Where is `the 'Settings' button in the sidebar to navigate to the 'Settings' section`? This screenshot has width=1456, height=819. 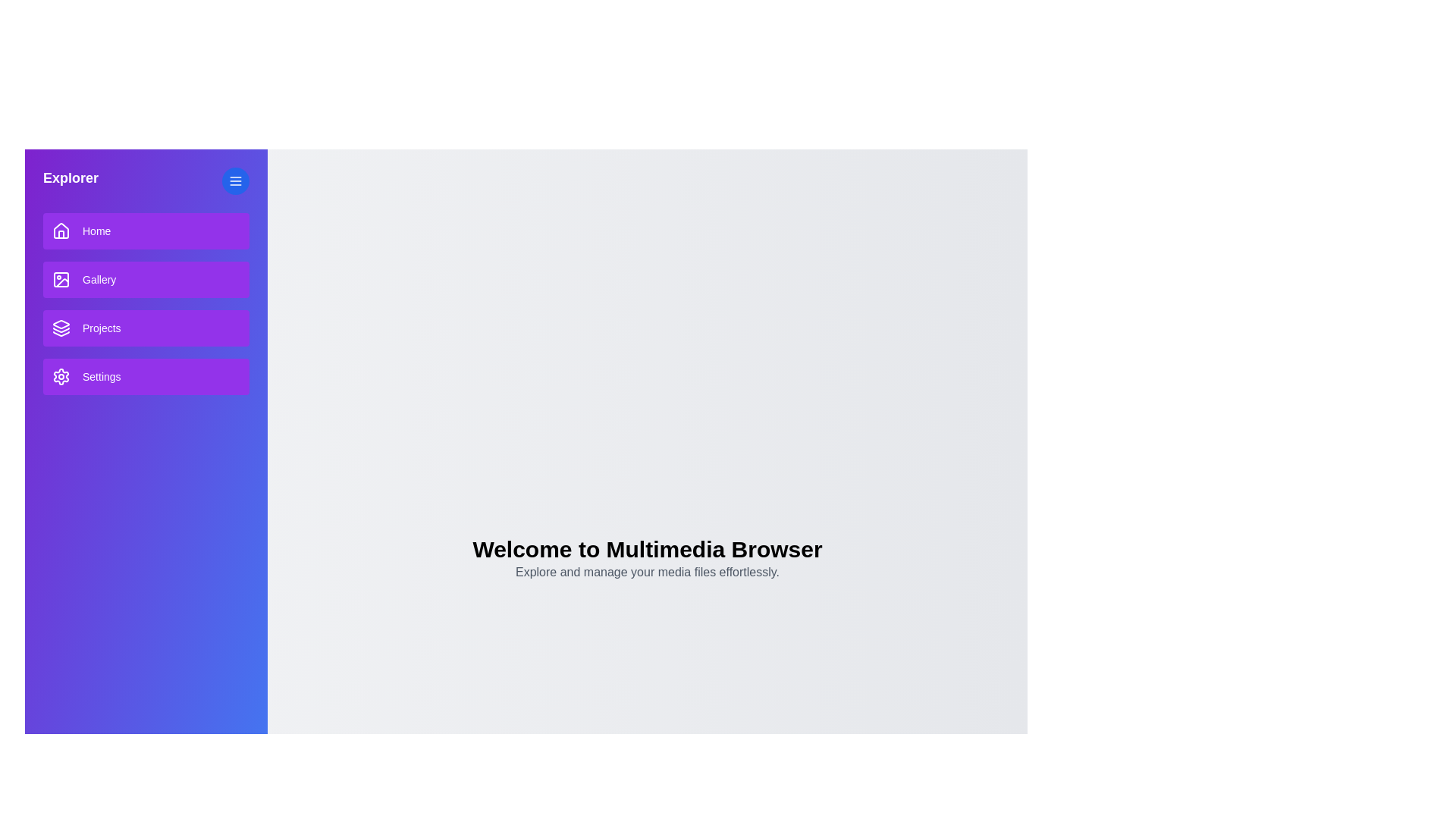 the 'Settings' button in the sidebar to navigate to the 'Settings' section is located at coordinates (146, 376).